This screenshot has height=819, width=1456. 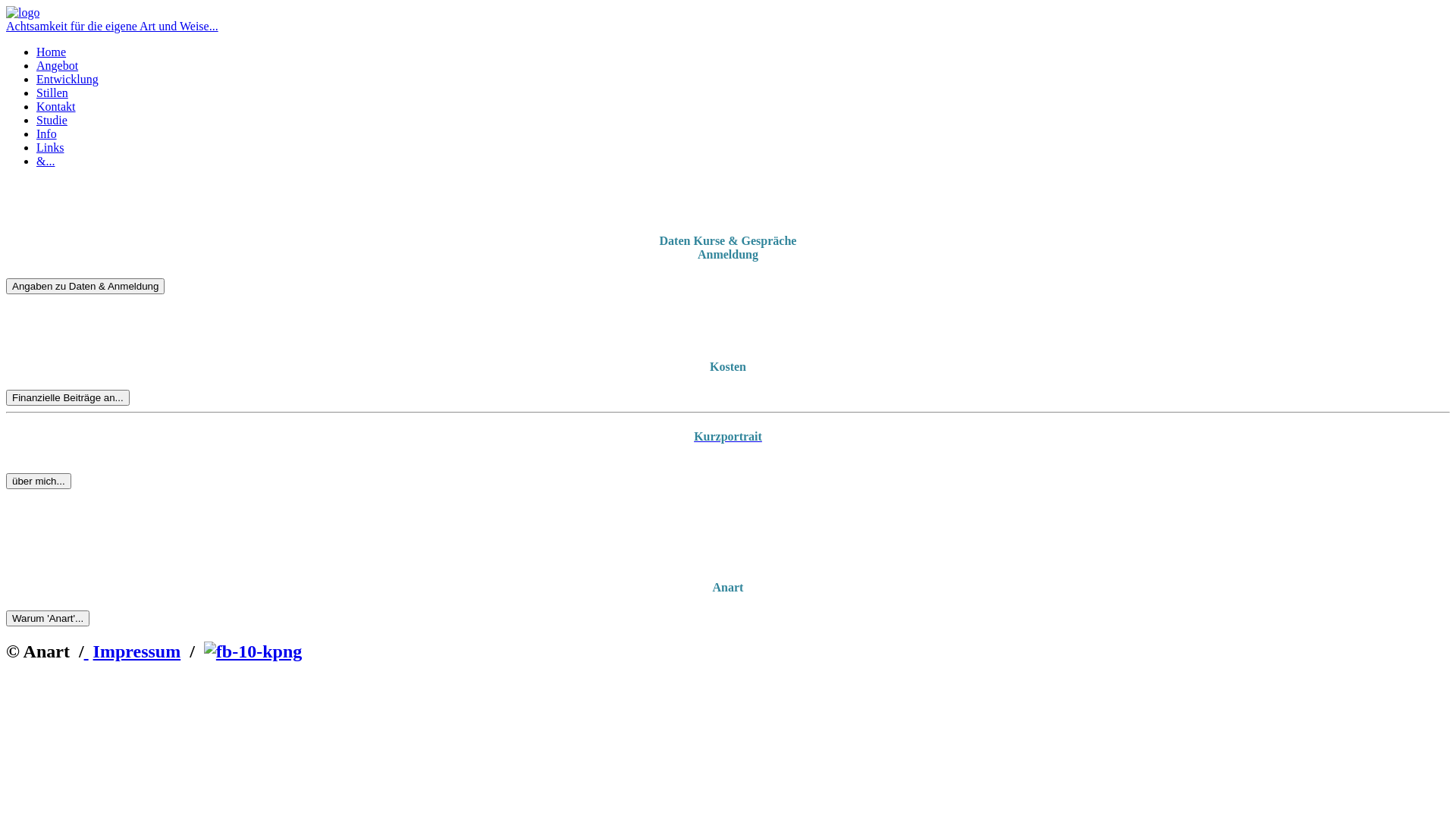 I want to click on 'Angaben zu Daten & Anmeldung', so click(x=84, y=286).